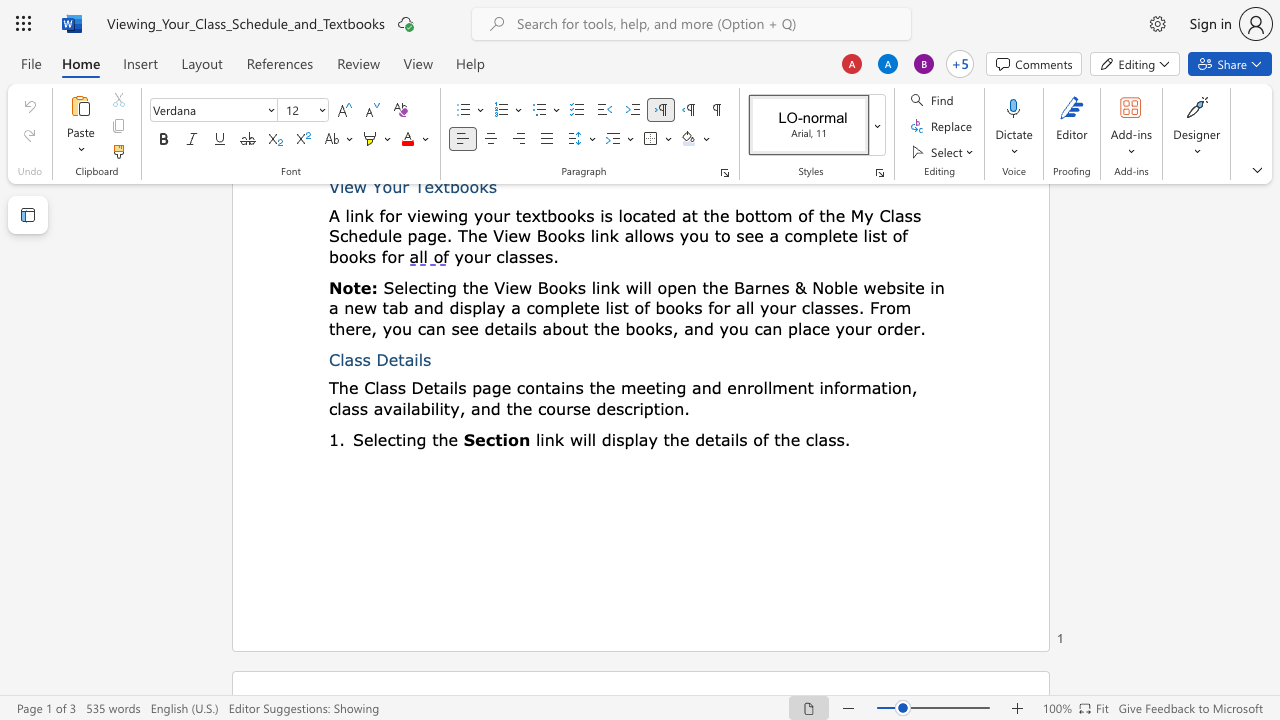 Image resolution: width=1280 pixels, height=720 pixels. I want to click on the space between the continuous character "c" and "l" in the text, so click(813, 438).